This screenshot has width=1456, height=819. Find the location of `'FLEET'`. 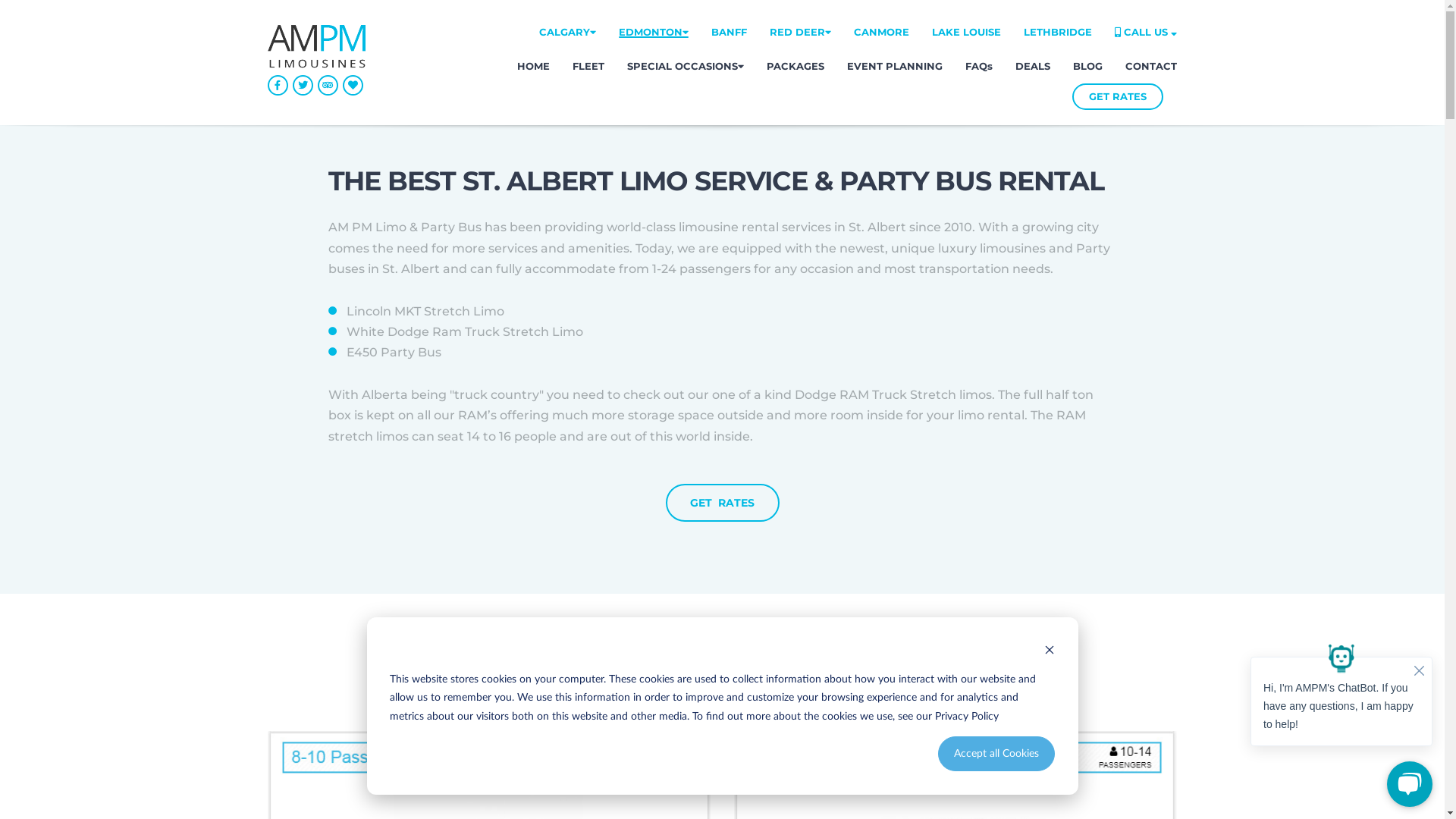

'FLEET' is located at coordinates (588, 65).